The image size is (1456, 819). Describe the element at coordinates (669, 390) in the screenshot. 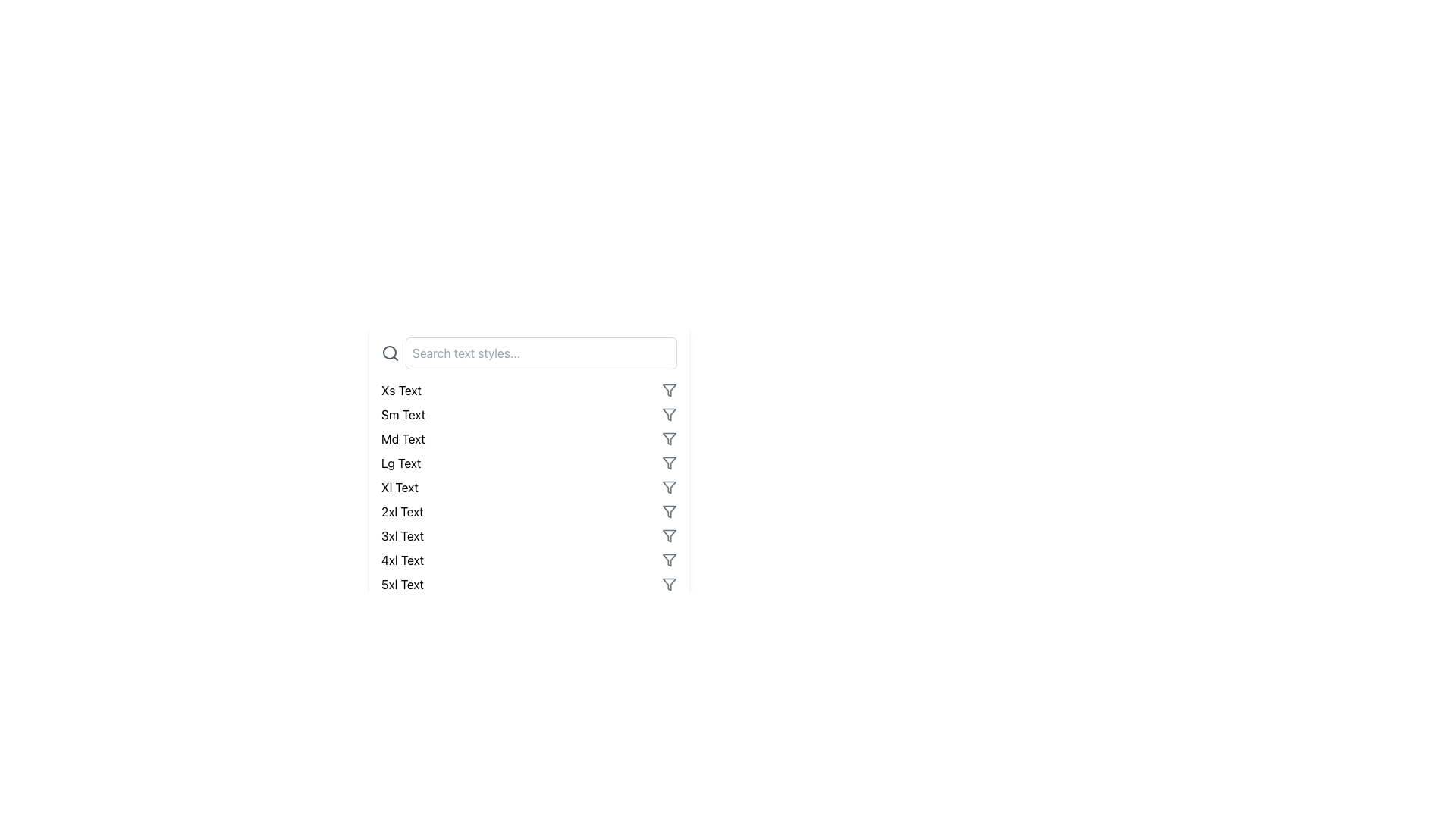

I see `the small gray triangular icon located on the right side of the row labeled 'Xs Text' within the filter control component` at that location.